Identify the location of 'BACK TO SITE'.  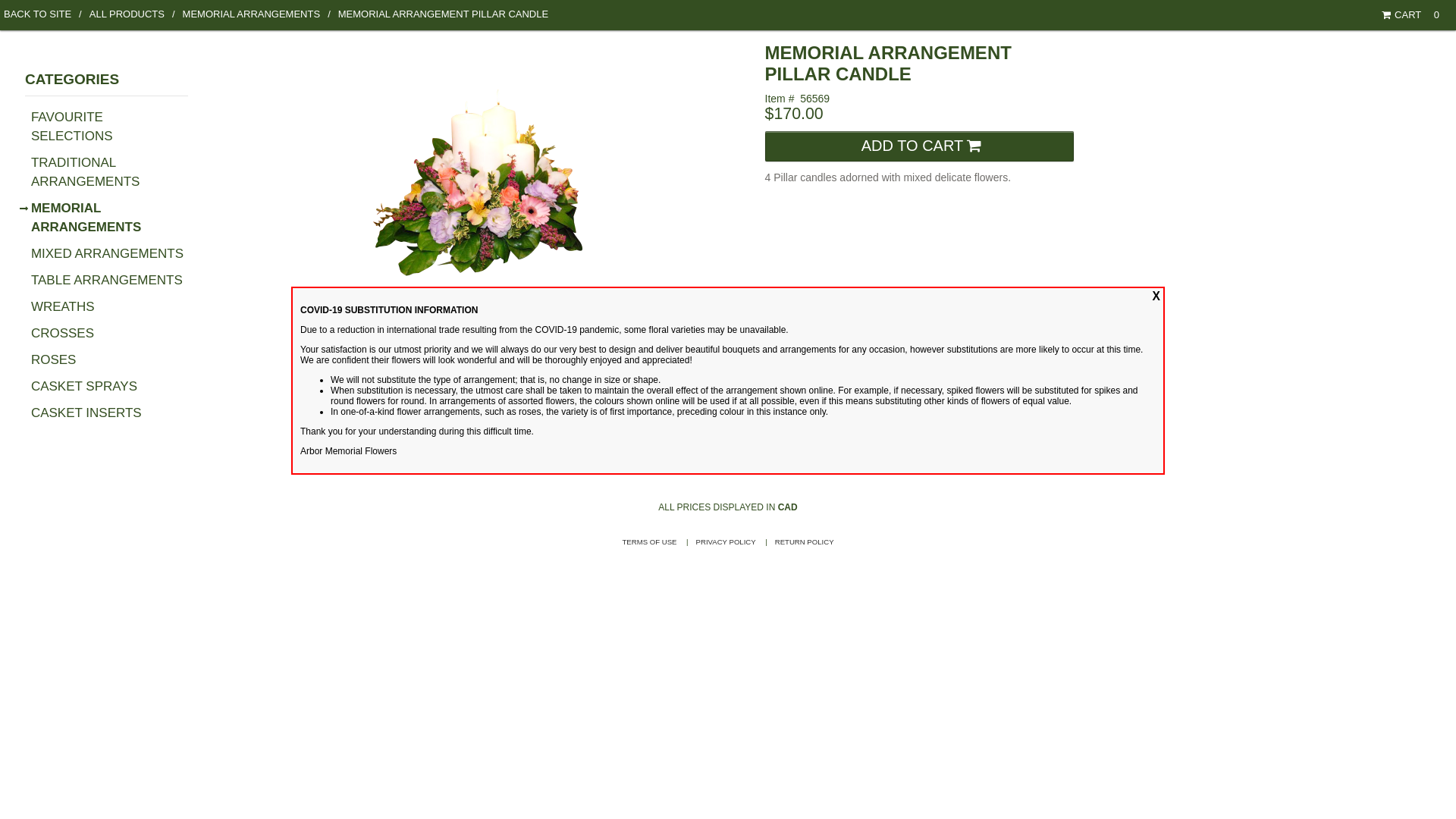
(42, 14).